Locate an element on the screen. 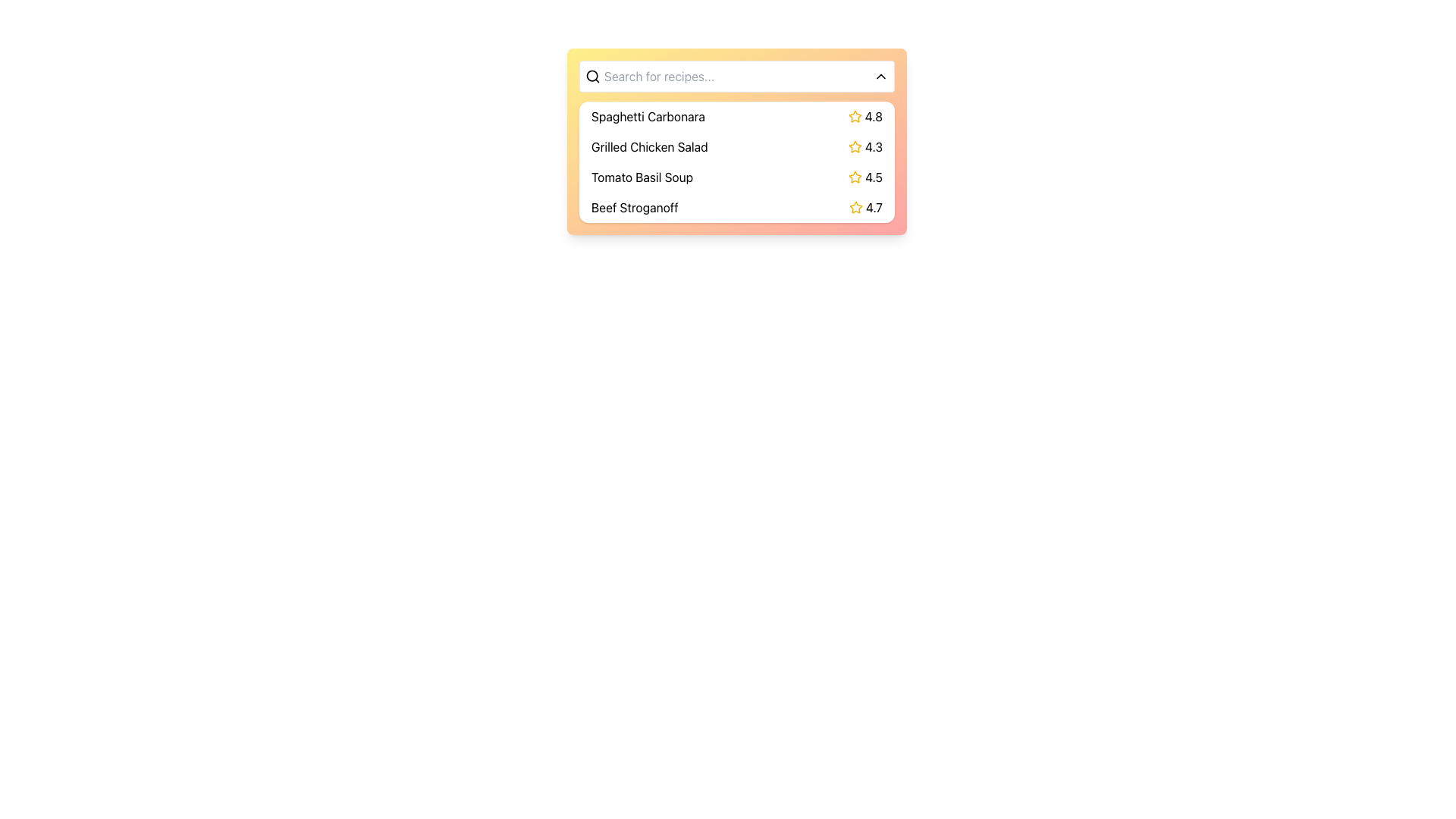 This screenshot has height=819, width=1456. the second list item displaying a recipe name and its rating is located at coordinates (736, 141).